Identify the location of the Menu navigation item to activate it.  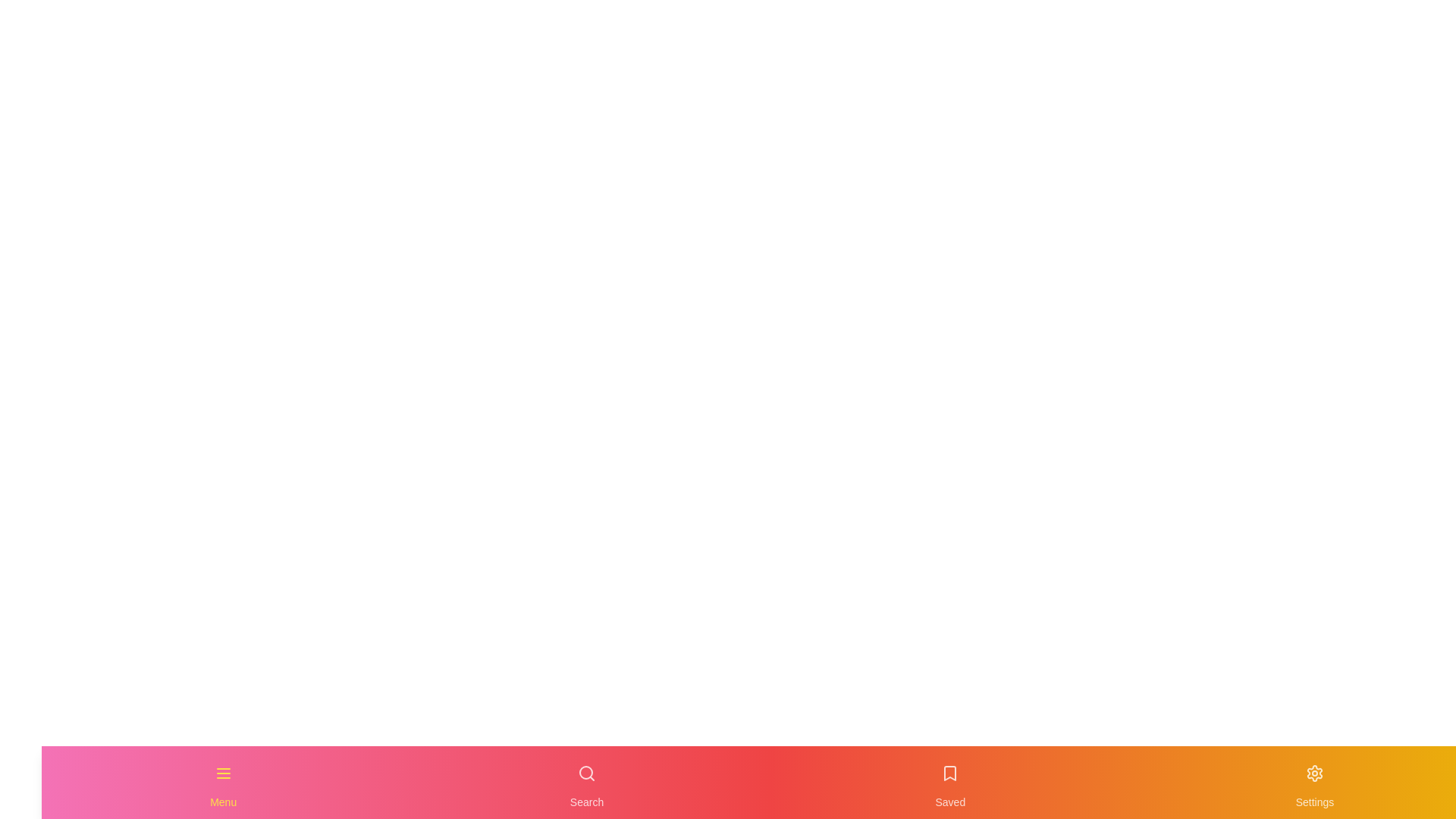
(222, 783).